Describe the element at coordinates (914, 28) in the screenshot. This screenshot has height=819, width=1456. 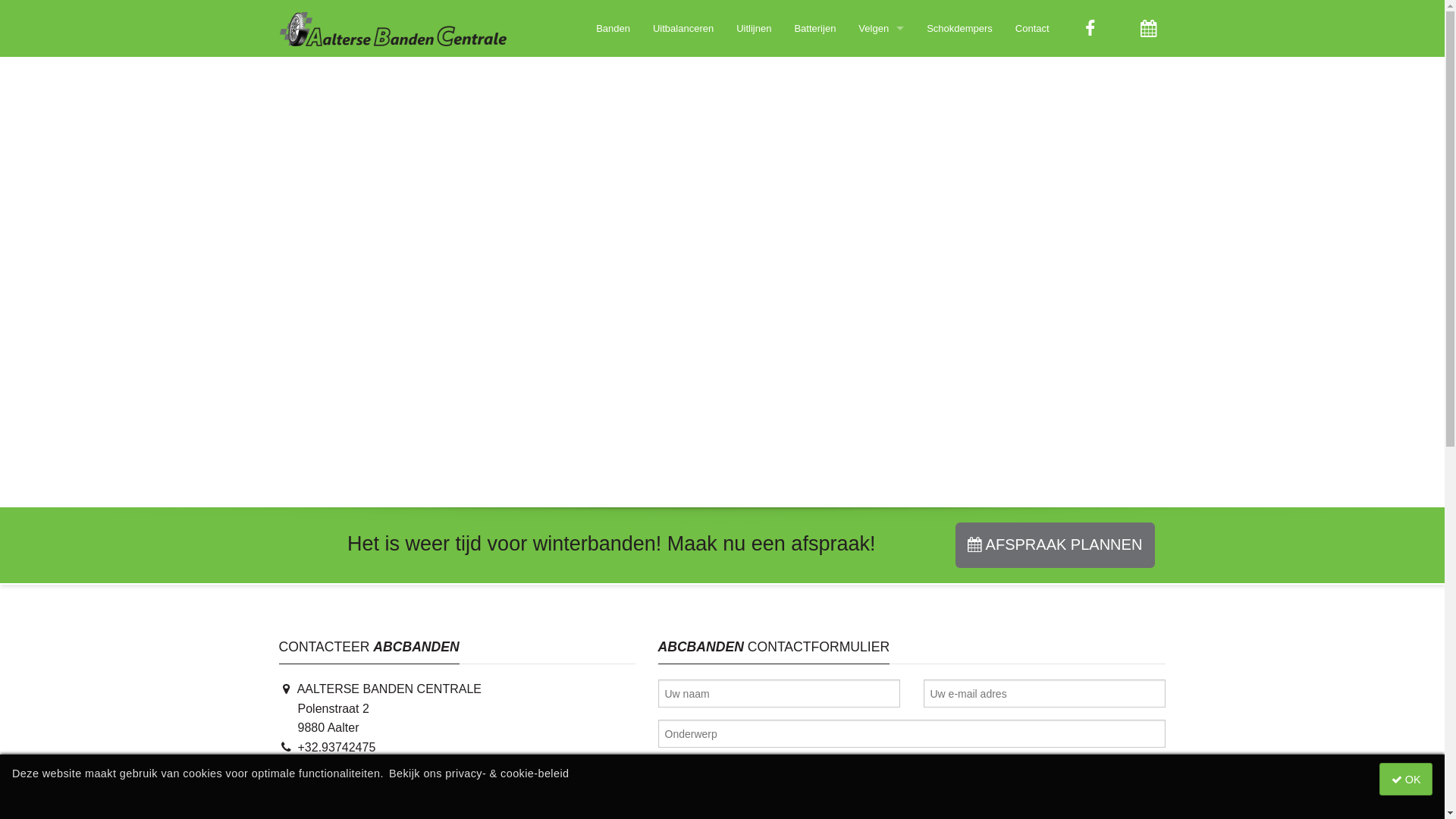
I see `'Schokdempers'` at that location.